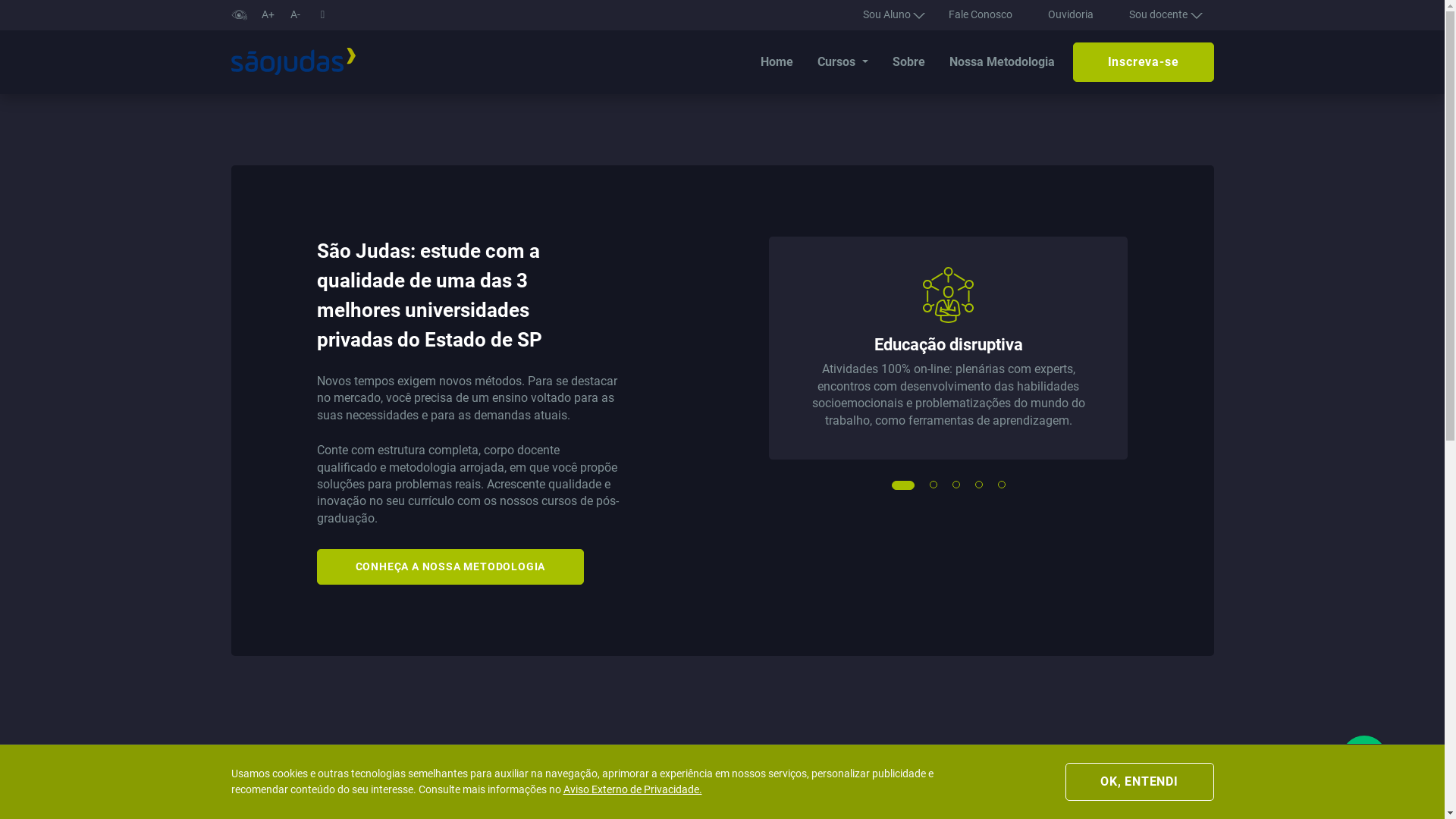 This screenshot has height=819, width=1456. What do you see at coordinates (908, 61) in the screenshot?
I see `'Sobre'` at bounding box center [908, 61].